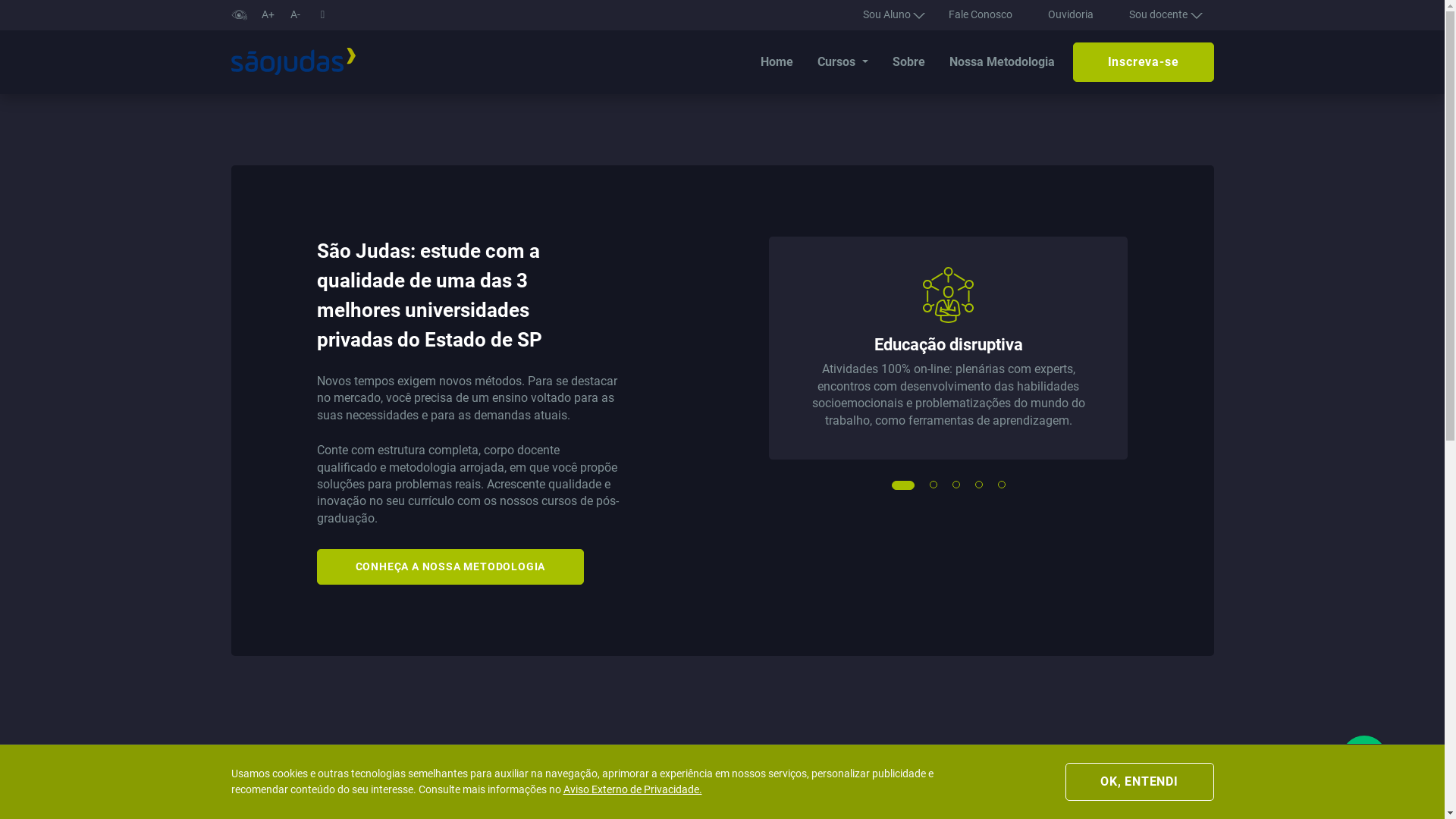 This screenshot has height=819, width=1456. What do you see at coordinates (908, 61) in the screenshot?
I see `'Sobre'` at bounding box center [908, 61].